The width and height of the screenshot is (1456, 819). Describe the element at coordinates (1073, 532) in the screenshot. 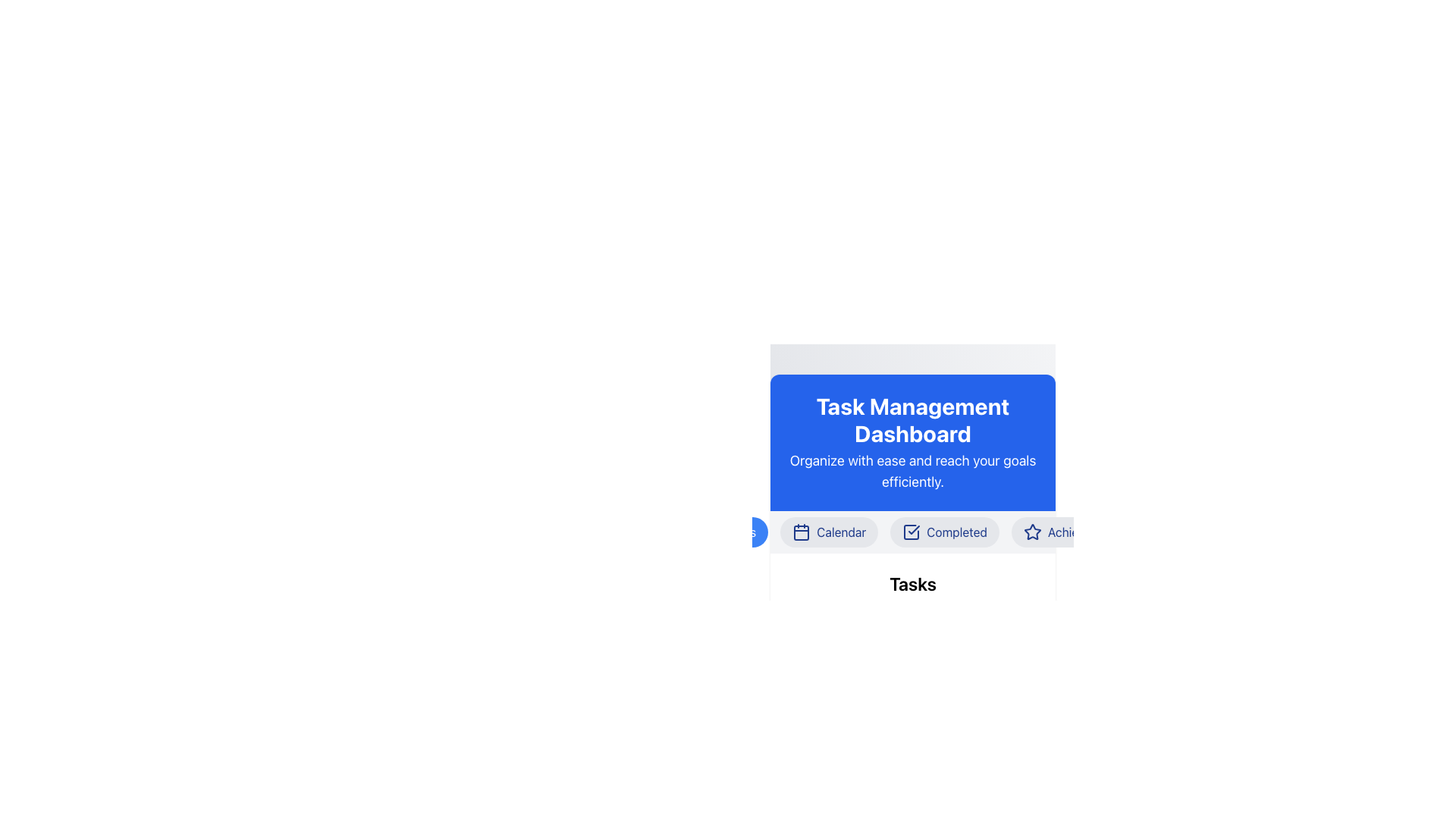

I see `the last button in the horizontal navigation bar at the bottom of the task management dashboard` at that location.